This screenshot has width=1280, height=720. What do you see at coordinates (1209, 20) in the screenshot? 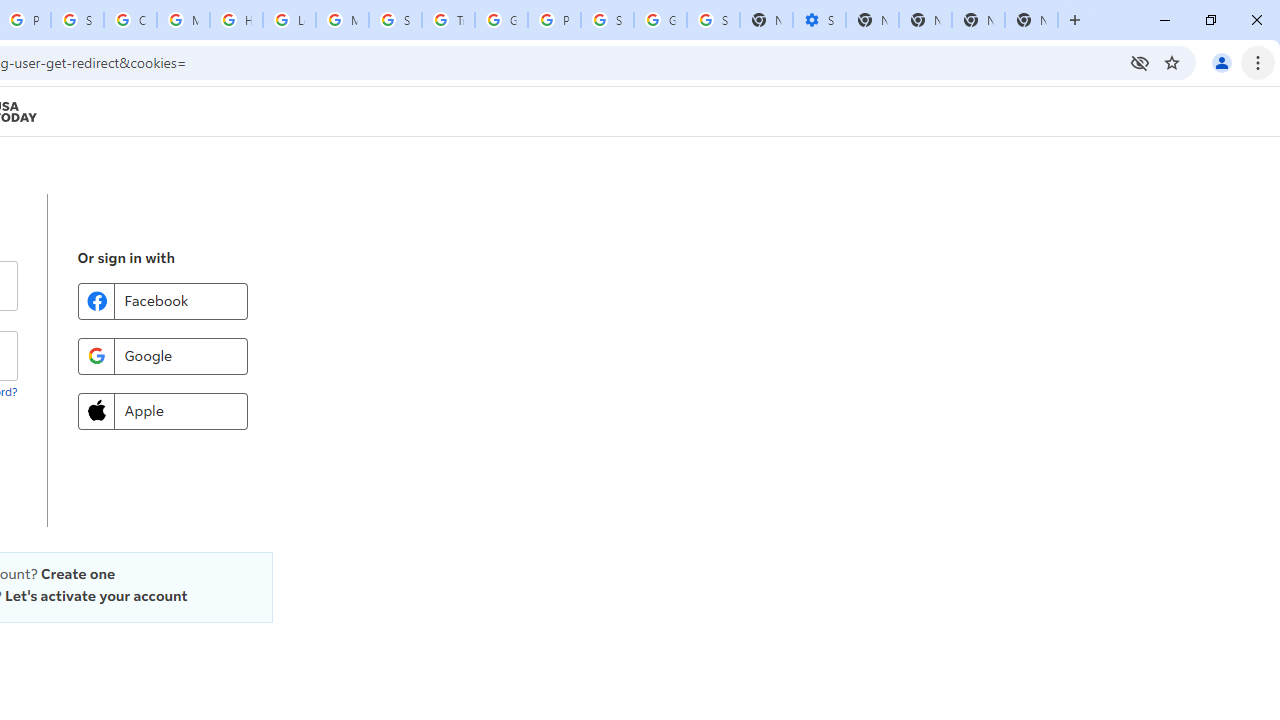
I see `'Restore'` at bounding box center [1209, 20].